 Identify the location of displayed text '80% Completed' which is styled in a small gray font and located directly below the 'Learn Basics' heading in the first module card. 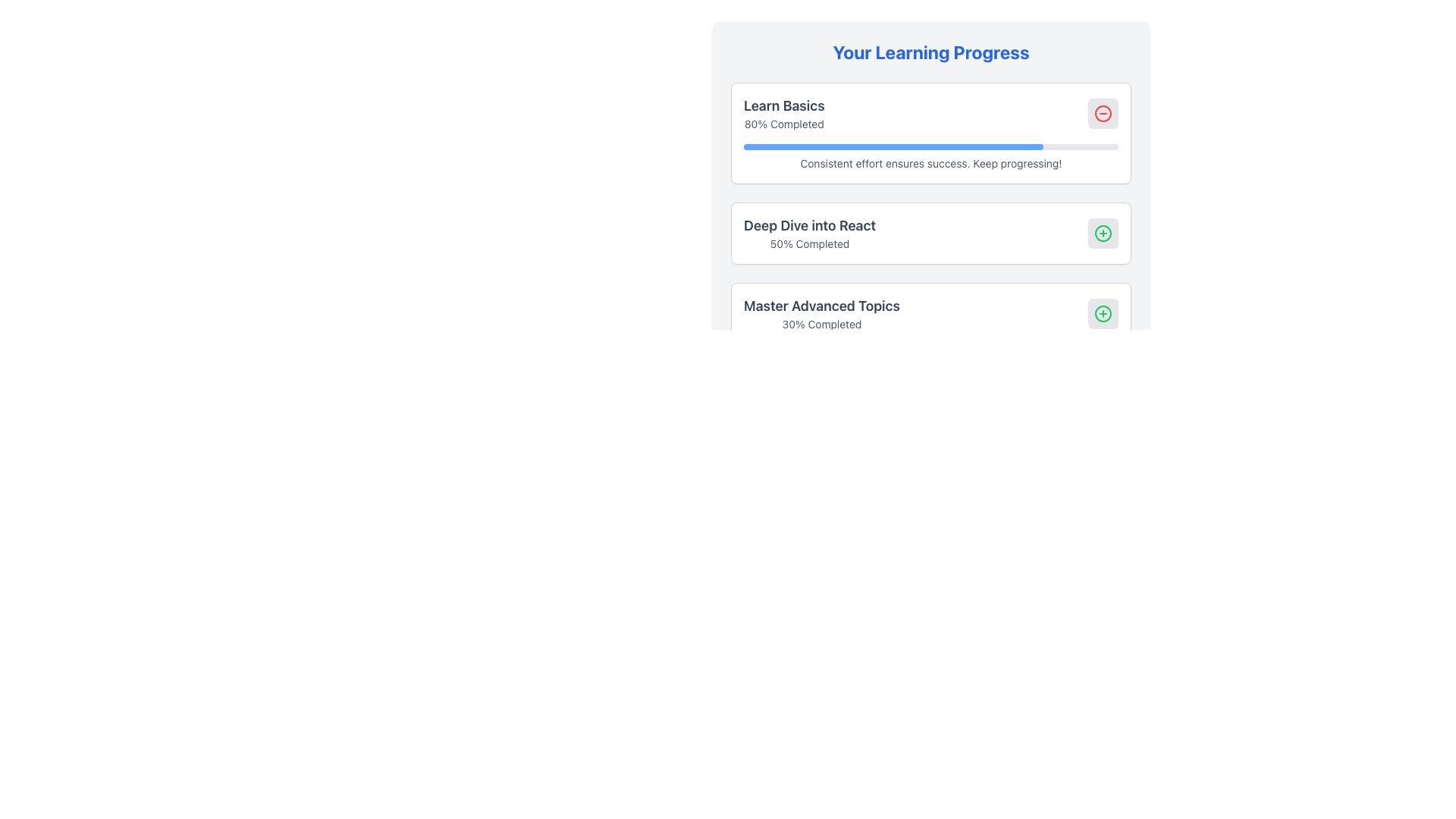
(784, 124).